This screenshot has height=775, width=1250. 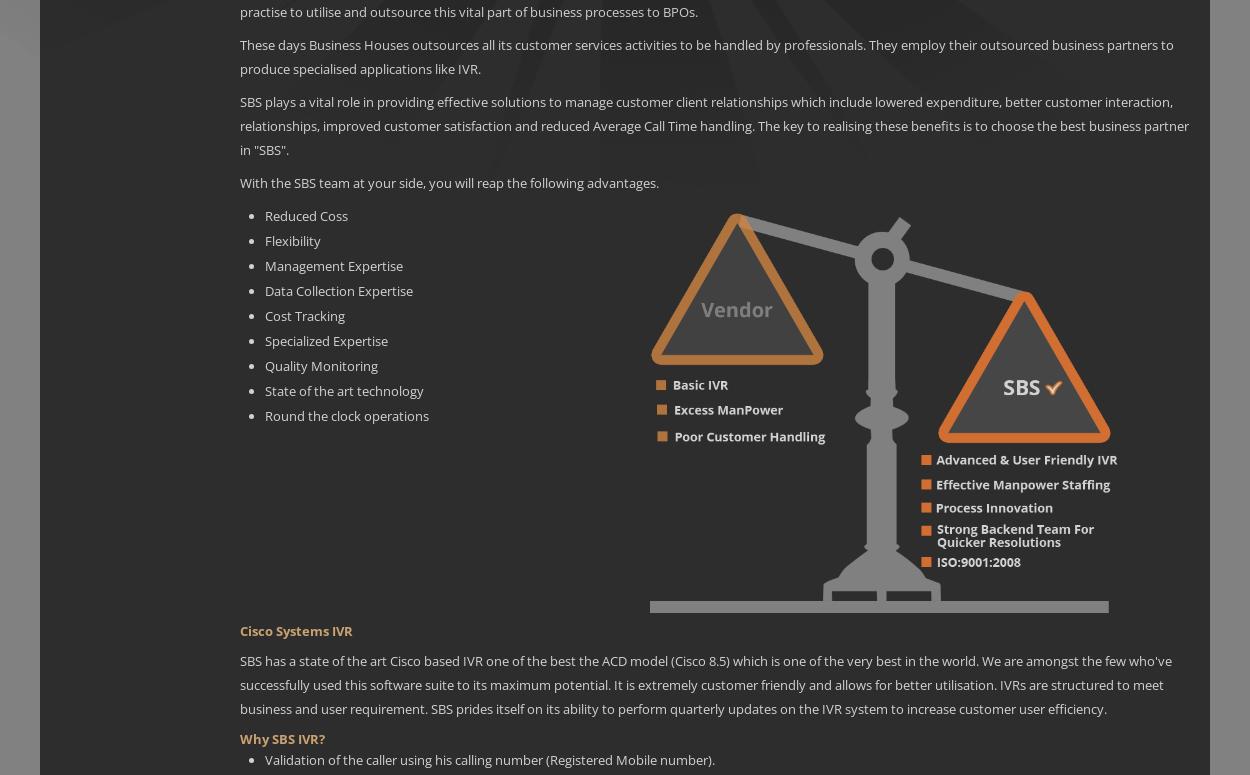 I want to click on 'State of the art technology', so click(x=265, y=389).